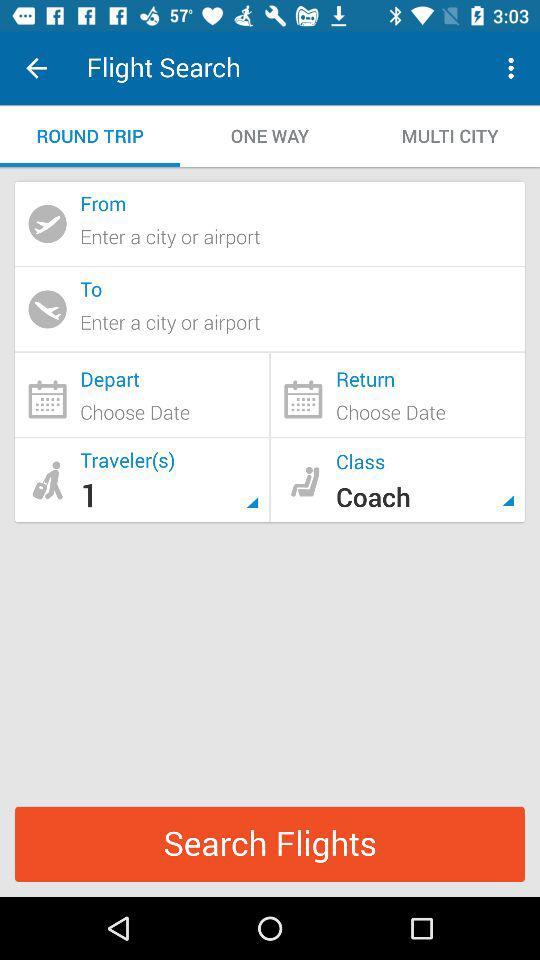 The height and width of the screenshot is (960, 540). Describe the element at coordinates (270, 135) in the screenshot. I see `the item next to multi city item` at that location.